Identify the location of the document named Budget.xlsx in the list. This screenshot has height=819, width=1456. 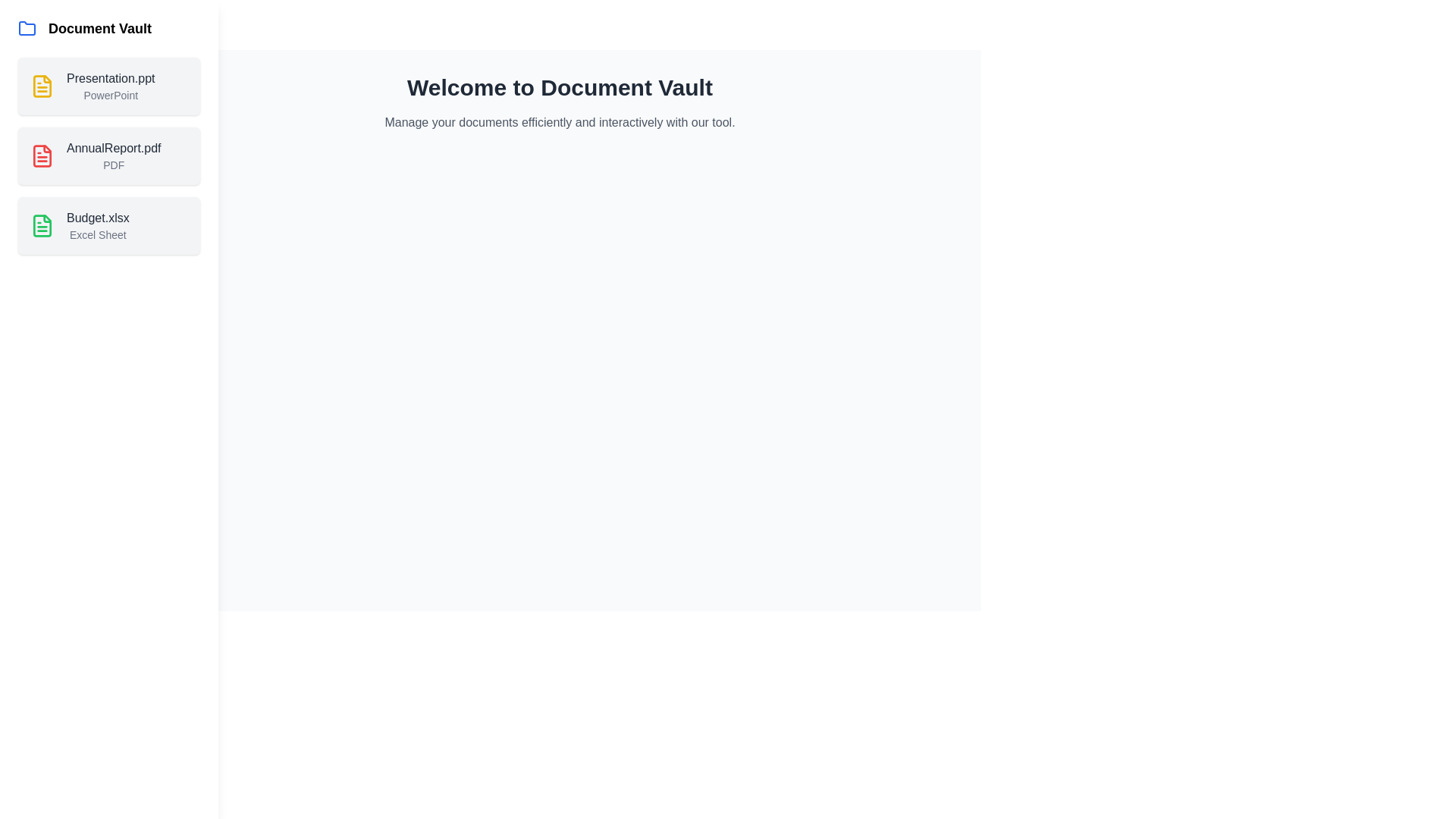
(108, 225).